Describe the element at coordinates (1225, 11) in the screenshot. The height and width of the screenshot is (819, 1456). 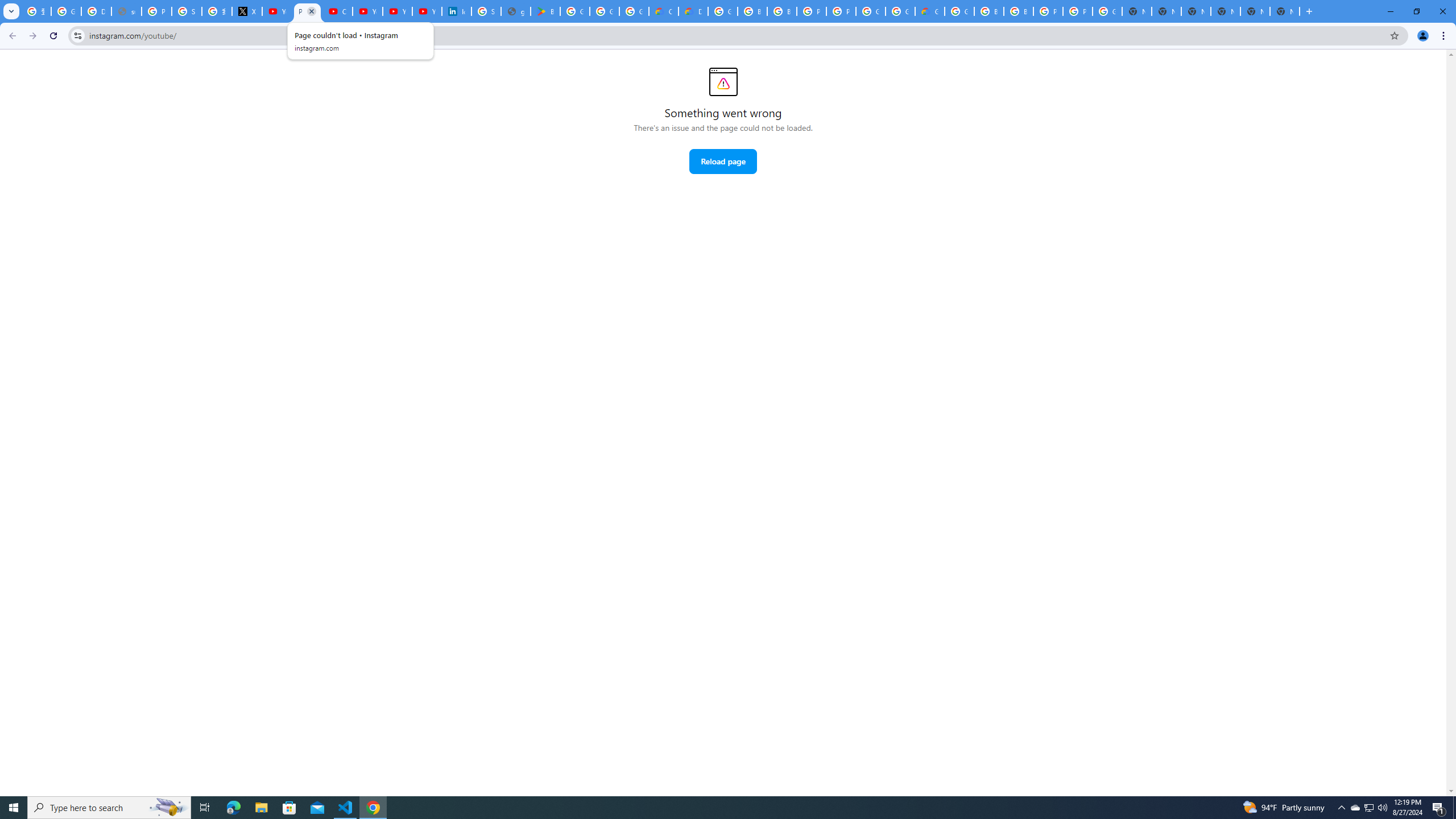
I see `'New Tab'` at that location.